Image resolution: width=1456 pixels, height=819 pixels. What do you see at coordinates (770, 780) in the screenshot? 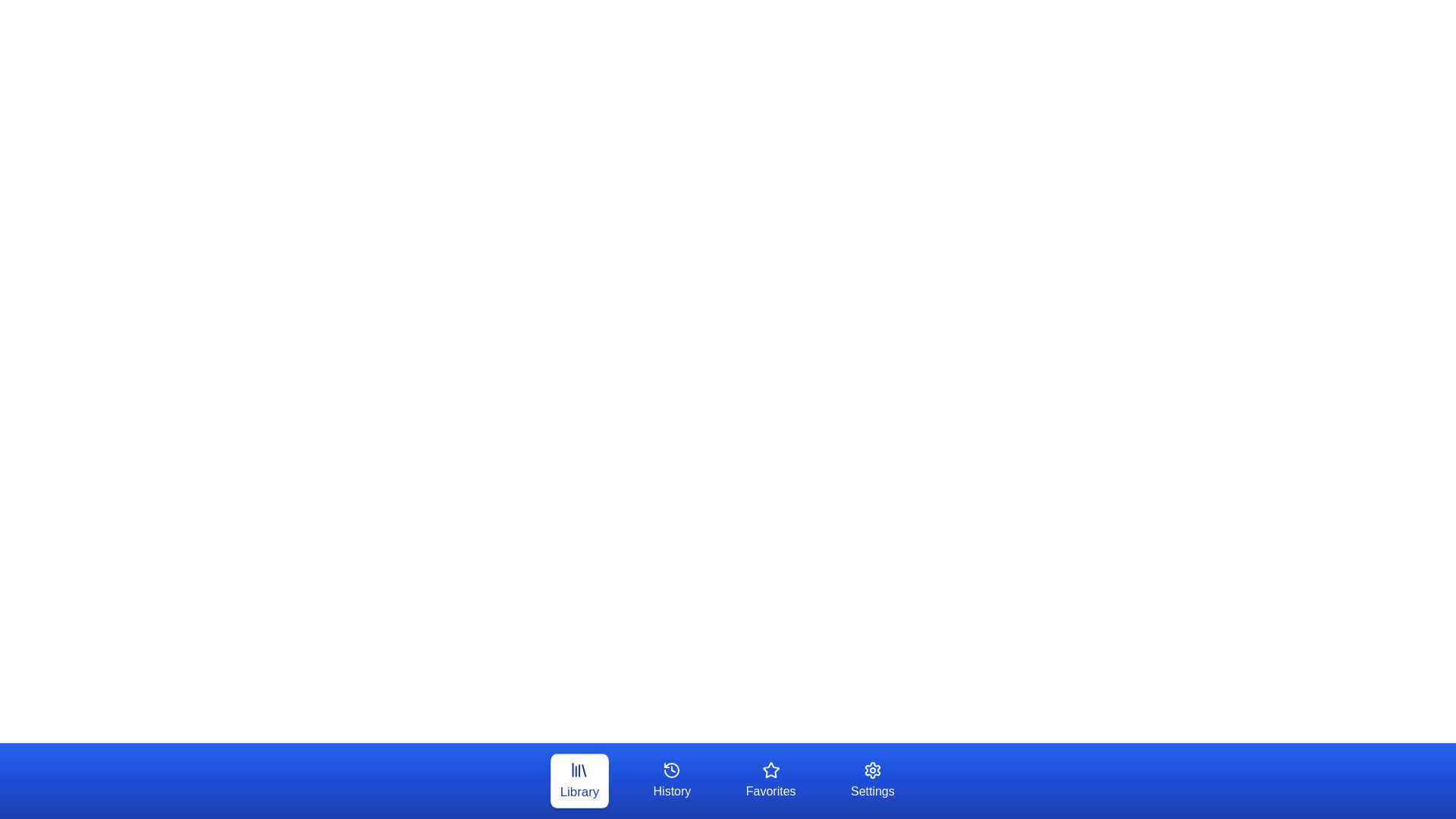
I see `the button labeled Favorites` at bounding box center [770, 780].